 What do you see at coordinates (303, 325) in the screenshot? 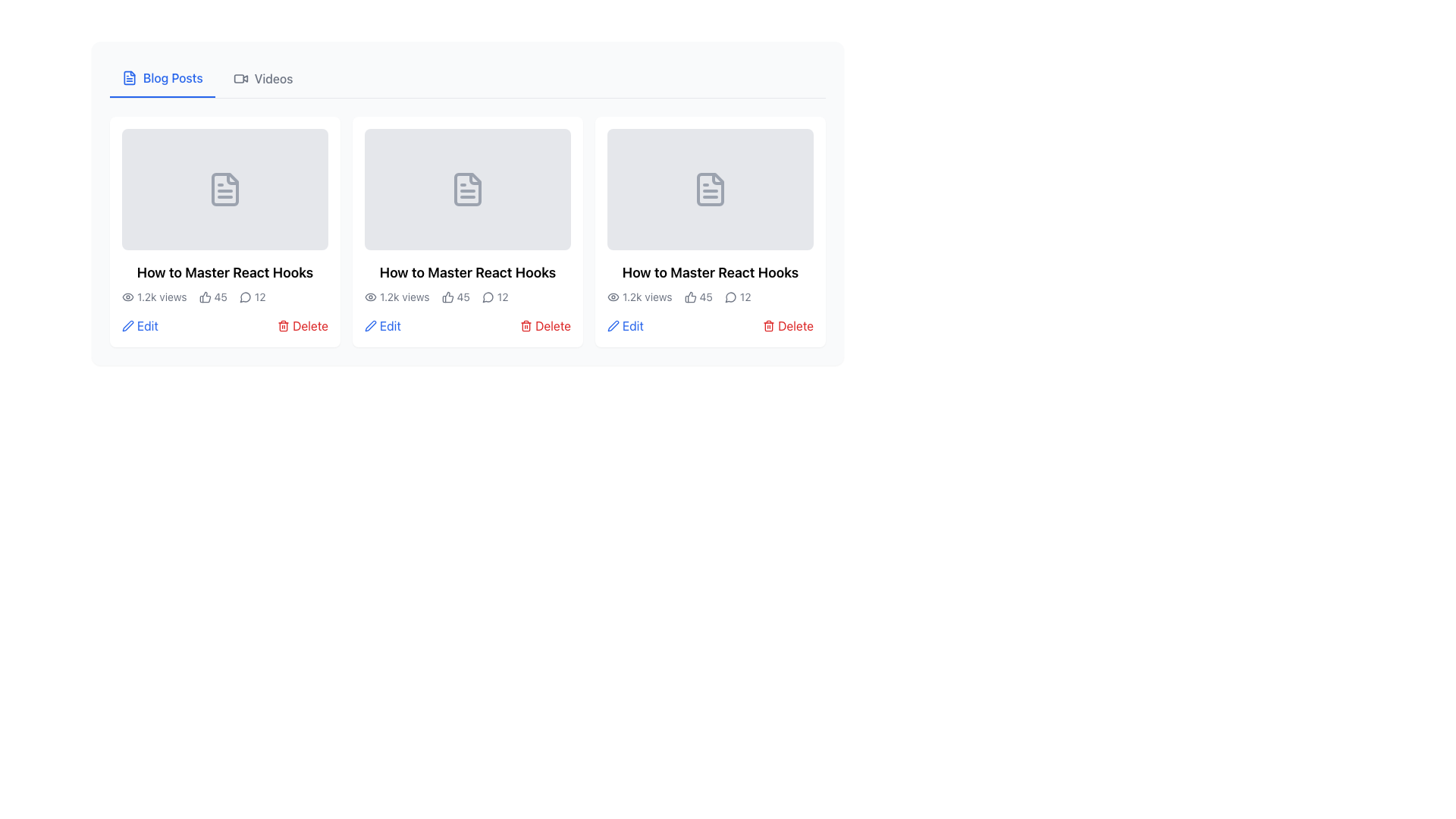
I see `the red 'Delete' button link with a trash can icon` at bounding box center [303, 325].